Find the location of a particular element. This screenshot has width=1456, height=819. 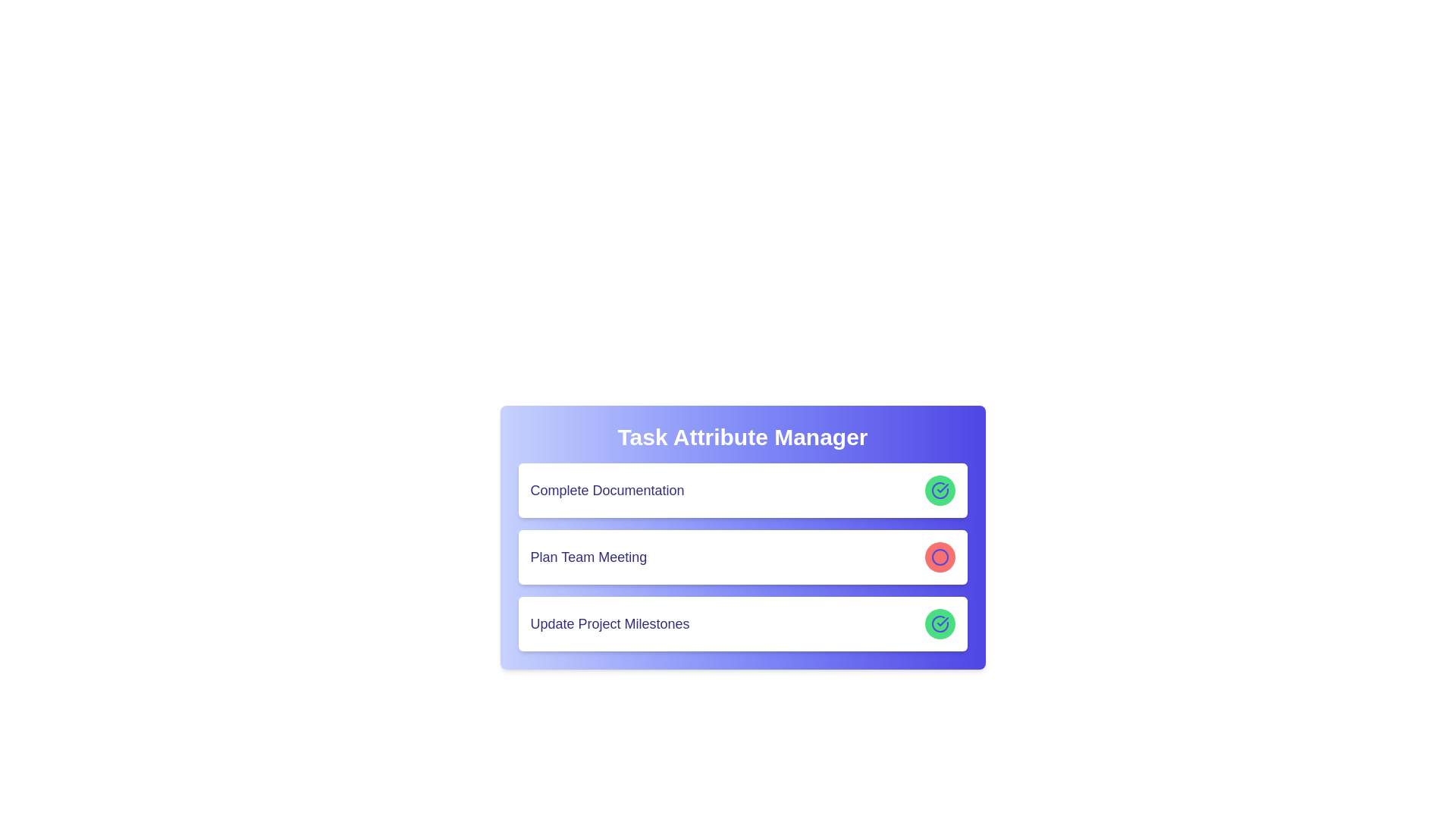

the completion status icon located in the first row of the task list, adjacent to the text 'Complete Documentation' is located at coordinates (939, 491).